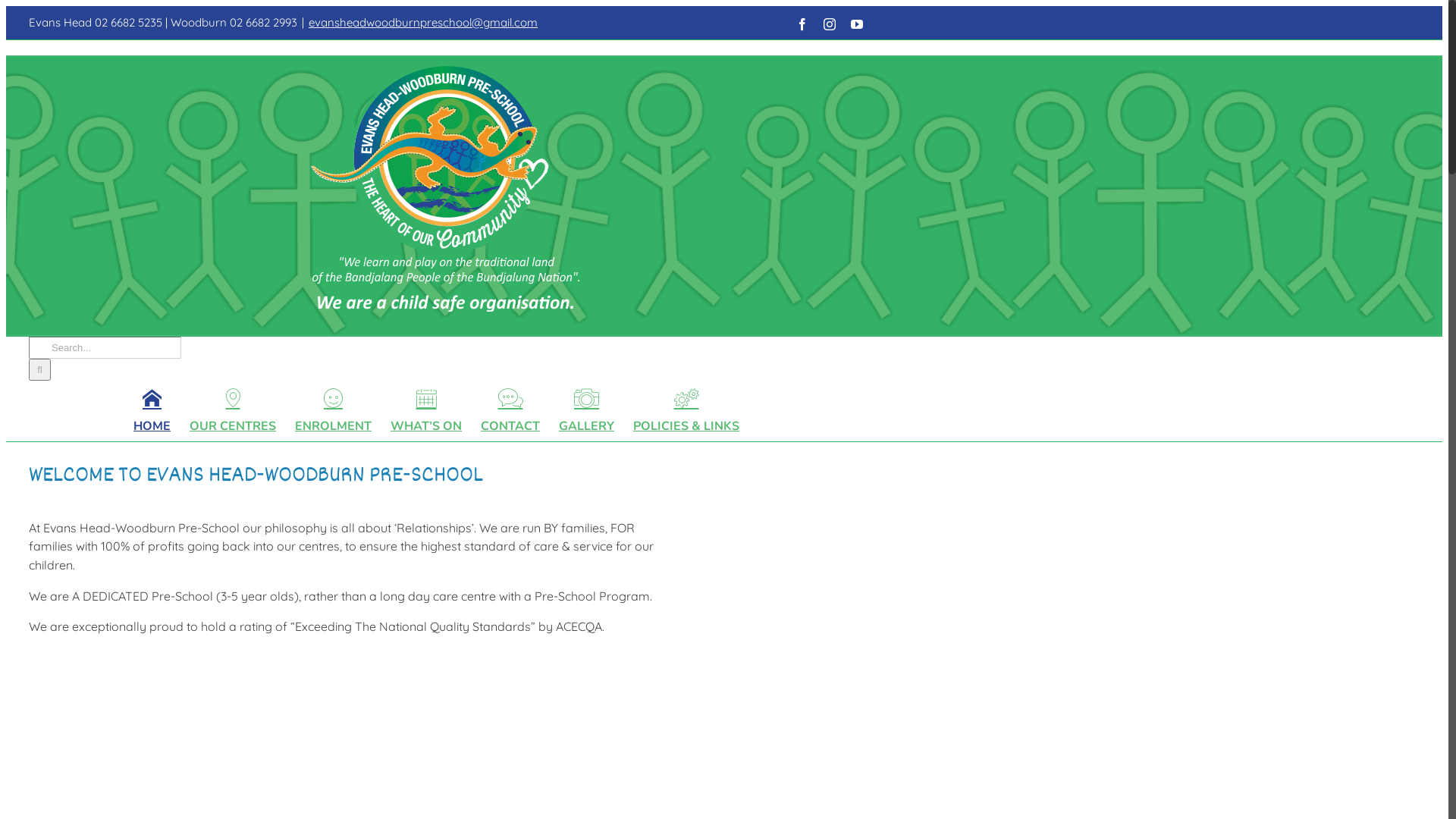 This screenshot has height=819, width=1456. I want to click on 'Instagram', so click(829, 24).